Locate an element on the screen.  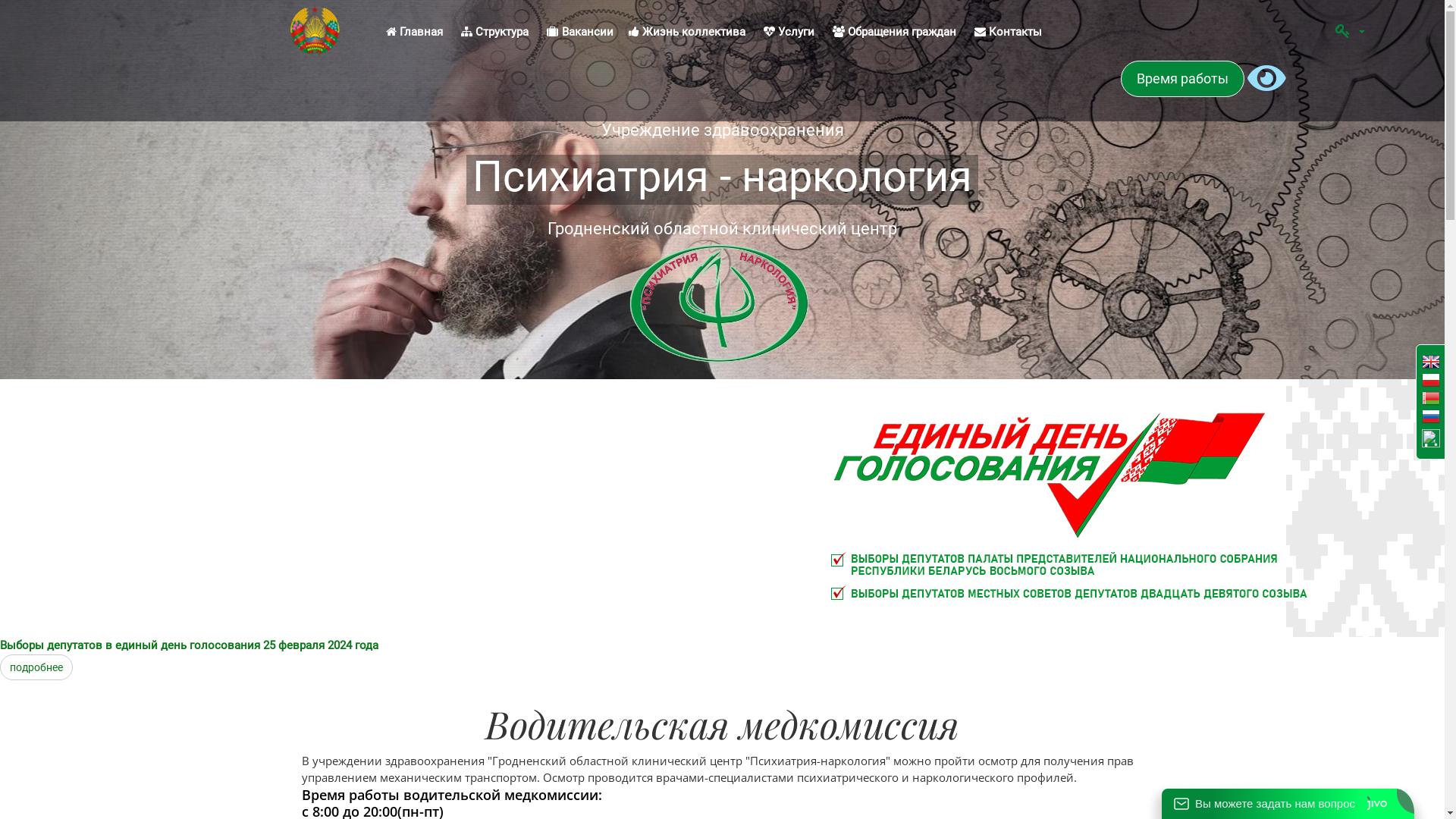
'Poland' is located at coordinates (1429, 381).